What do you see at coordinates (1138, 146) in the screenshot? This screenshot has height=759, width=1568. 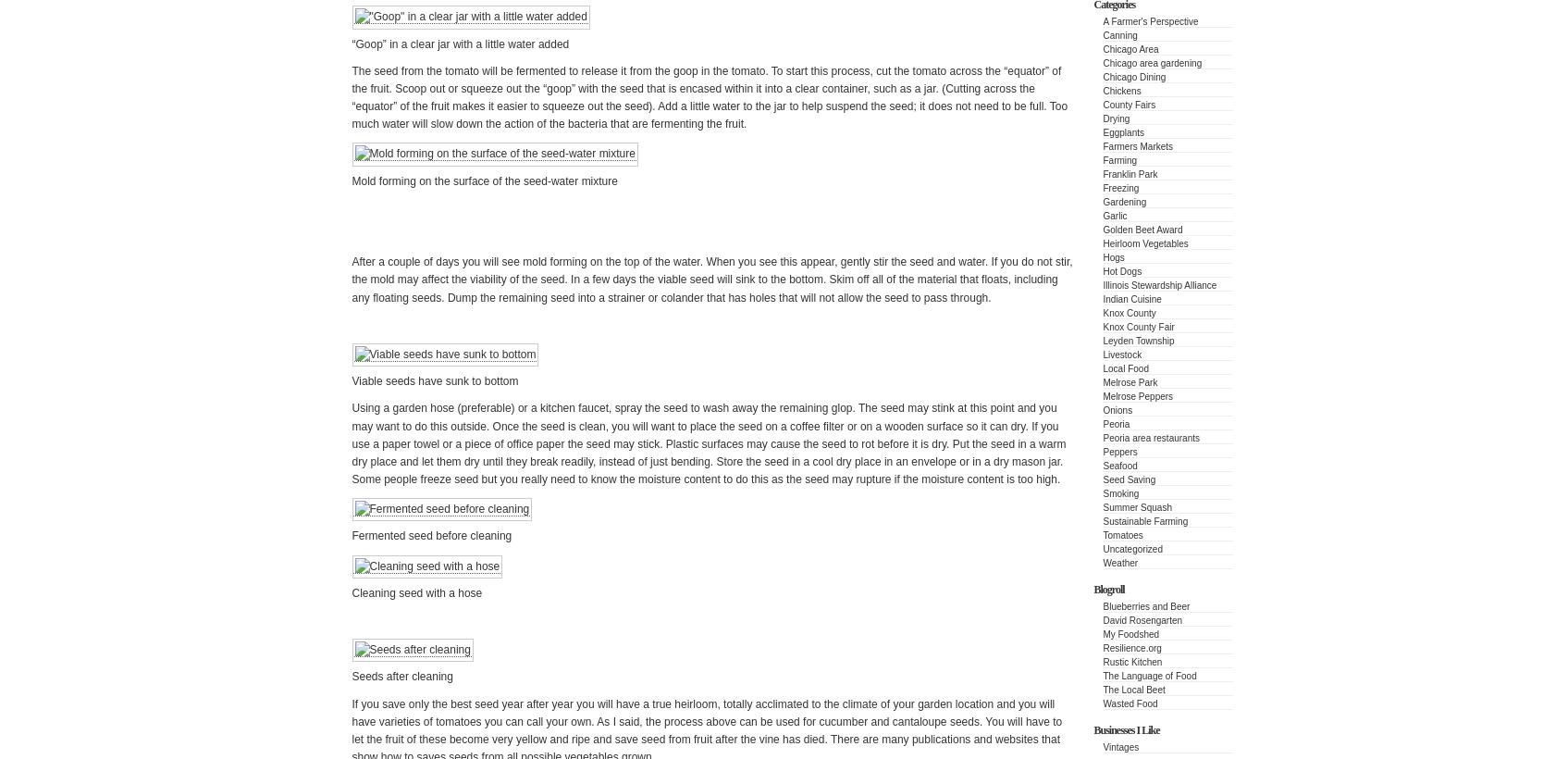 I see `'Farmers Markets'` at bounding box center [1138, 146].